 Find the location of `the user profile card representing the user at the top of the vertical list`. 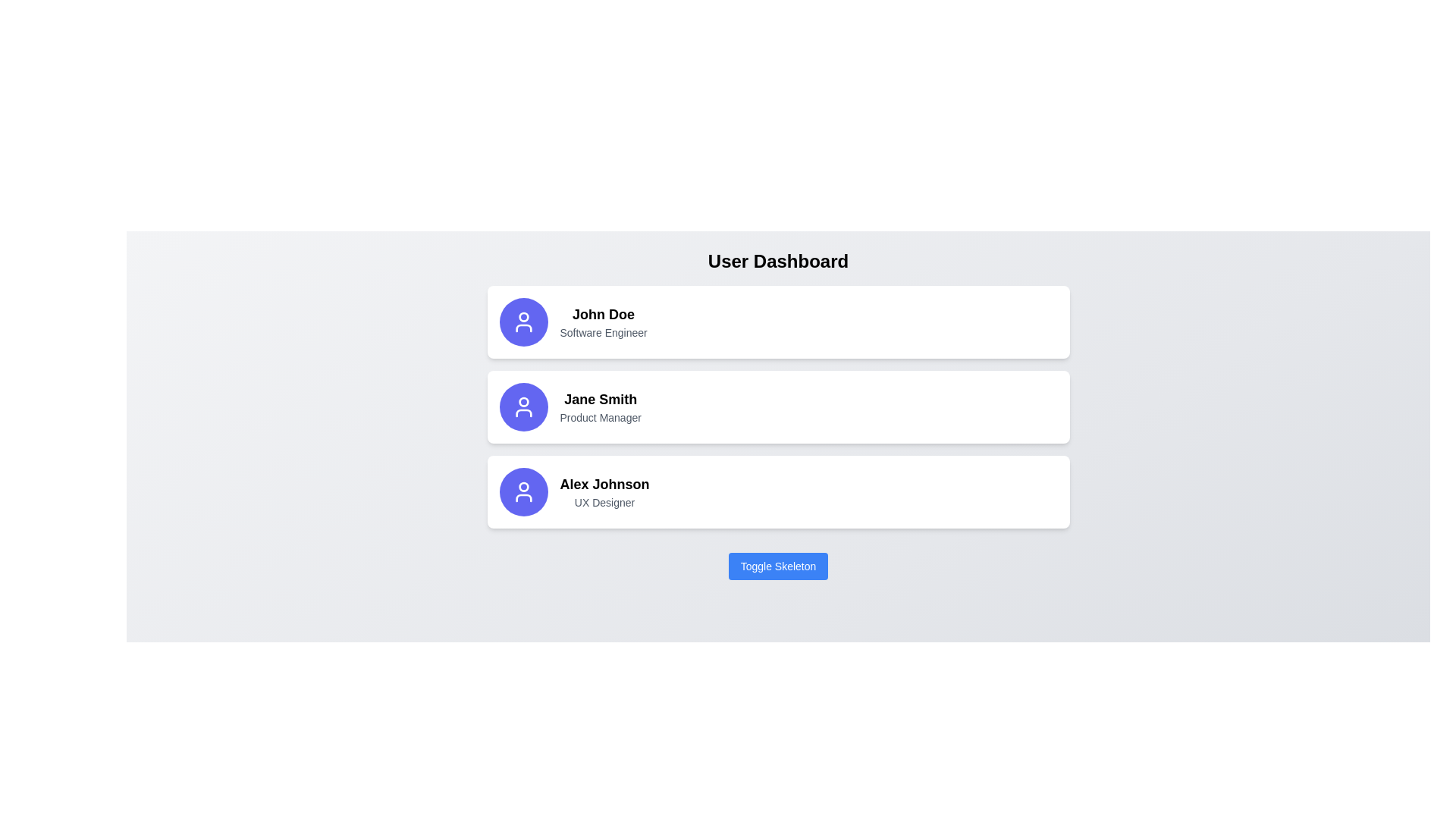

the user profile card representing the user at the top of the vertical list is located at coordinates (778, 321).